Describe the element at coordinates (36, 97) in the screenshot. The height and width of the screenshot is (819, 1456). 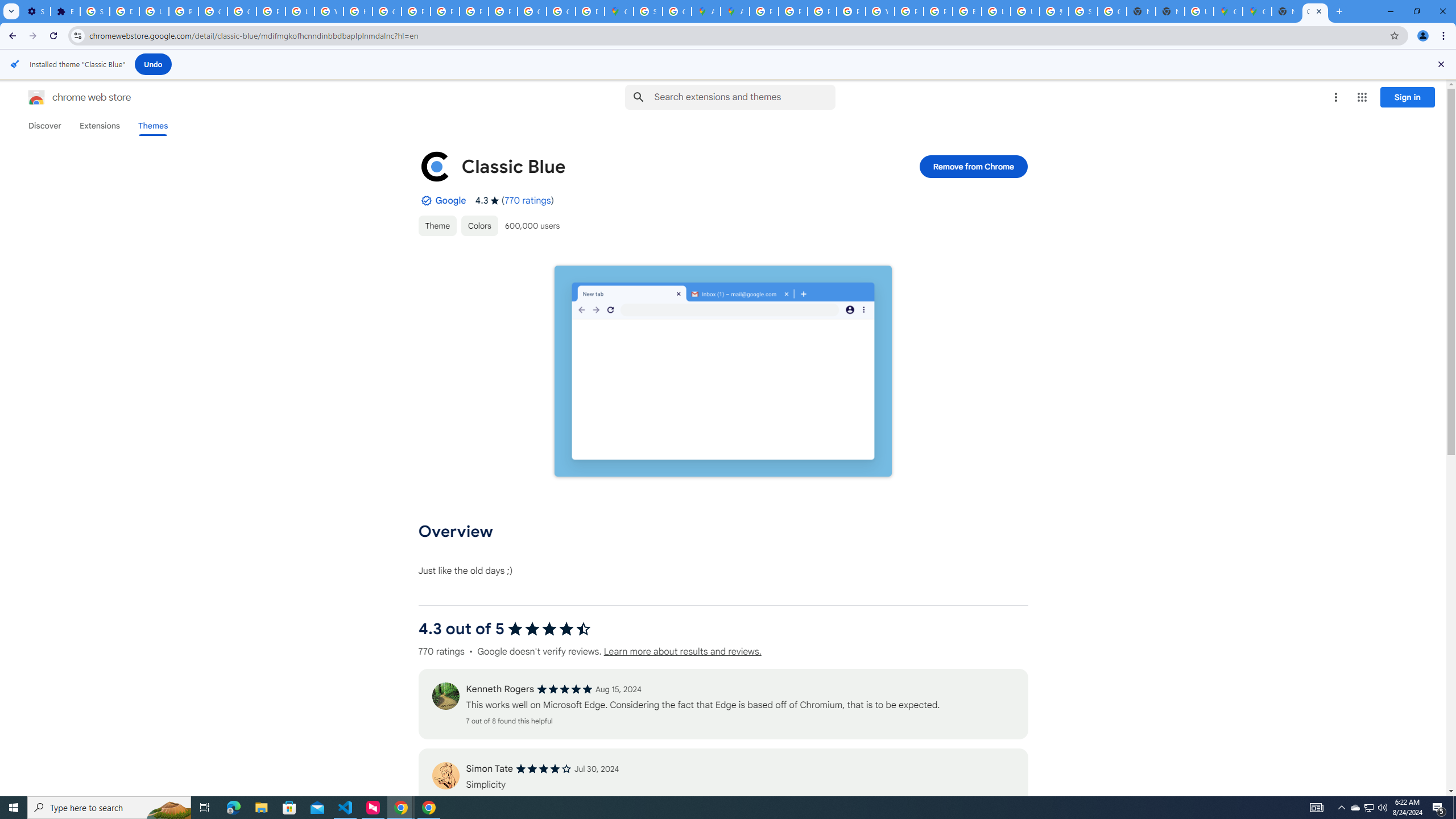
I see `'Chrome Web Store logo'` at that location.